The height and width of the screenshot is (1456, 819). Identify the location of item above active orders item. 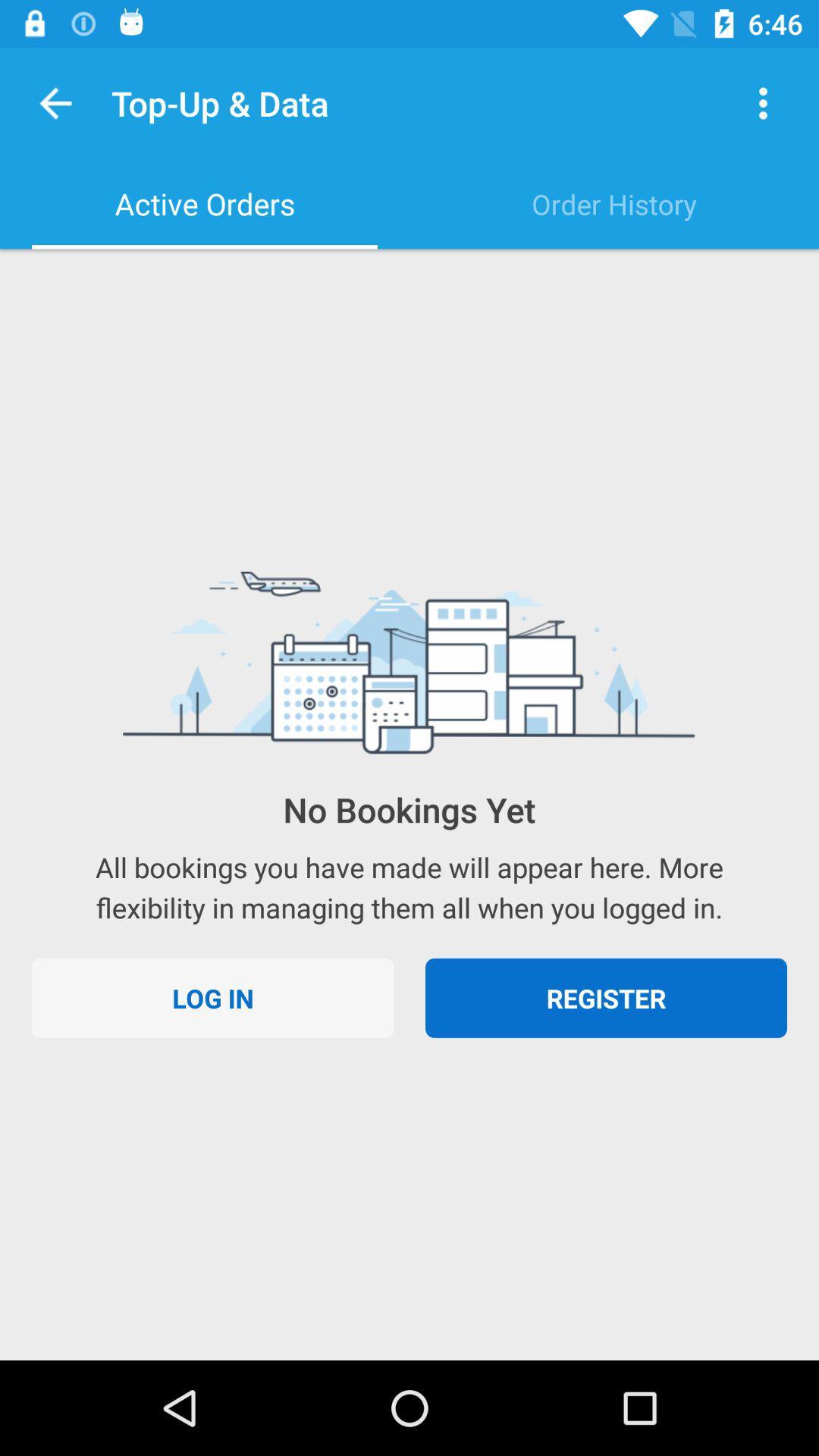
(55, 102).